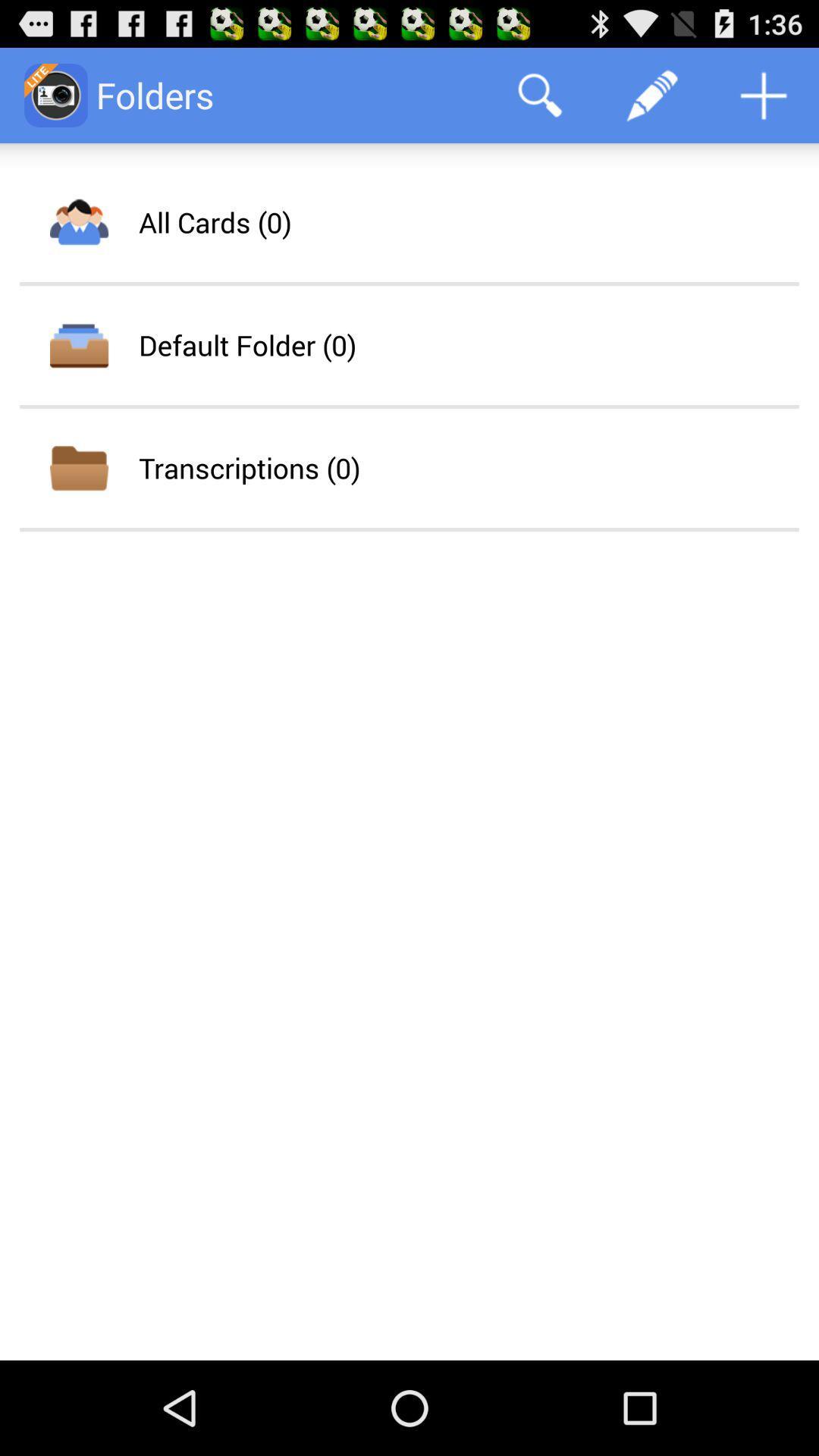  What do you see at coordinates (246, 344) in the screenshot?
I see `the app below the all cards (0) icon` at bounding box center [246, 344].